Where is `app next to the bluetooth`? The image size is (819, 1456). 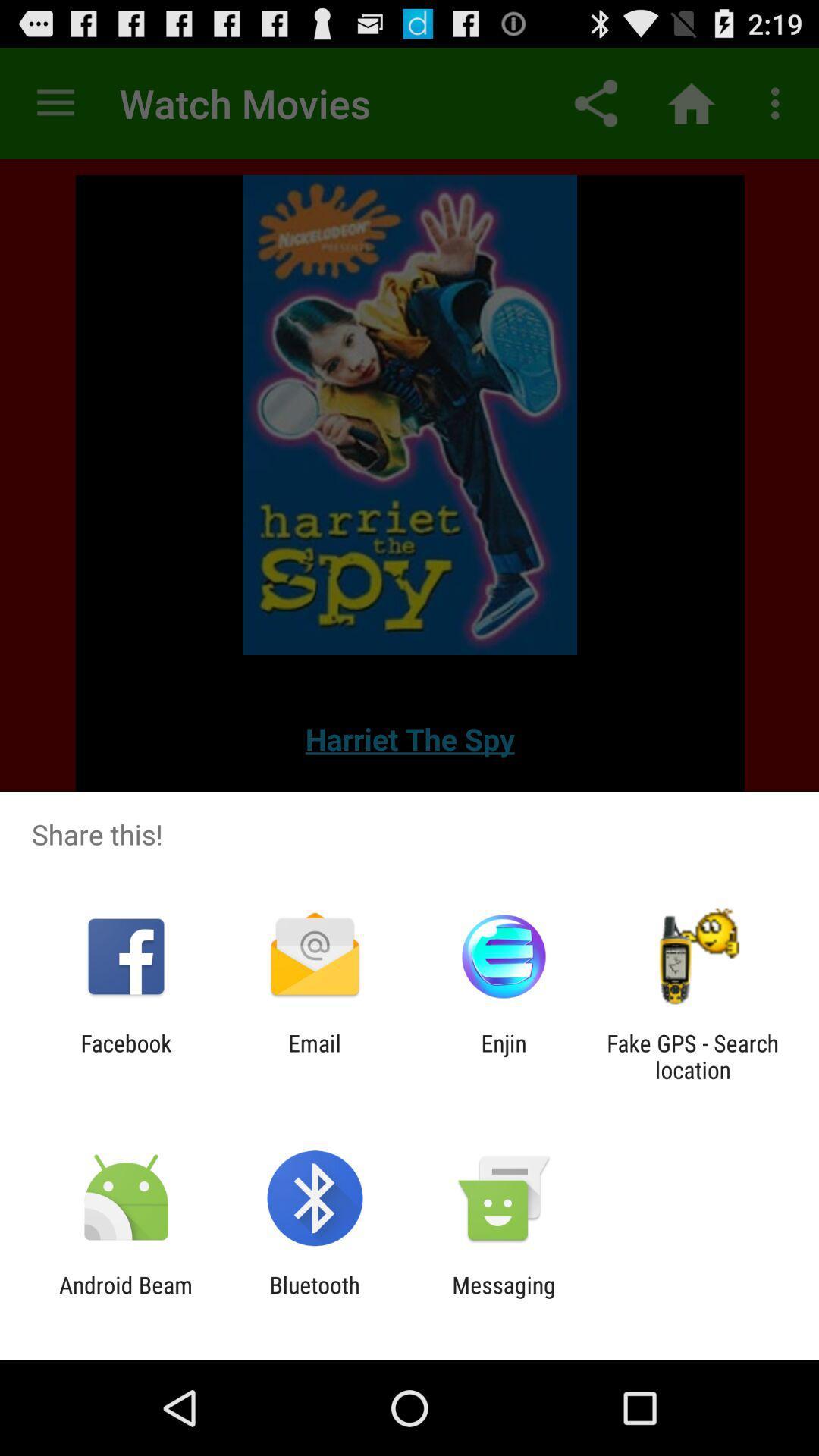 app next to the bluetooth is located at coordinates (504, 1298).